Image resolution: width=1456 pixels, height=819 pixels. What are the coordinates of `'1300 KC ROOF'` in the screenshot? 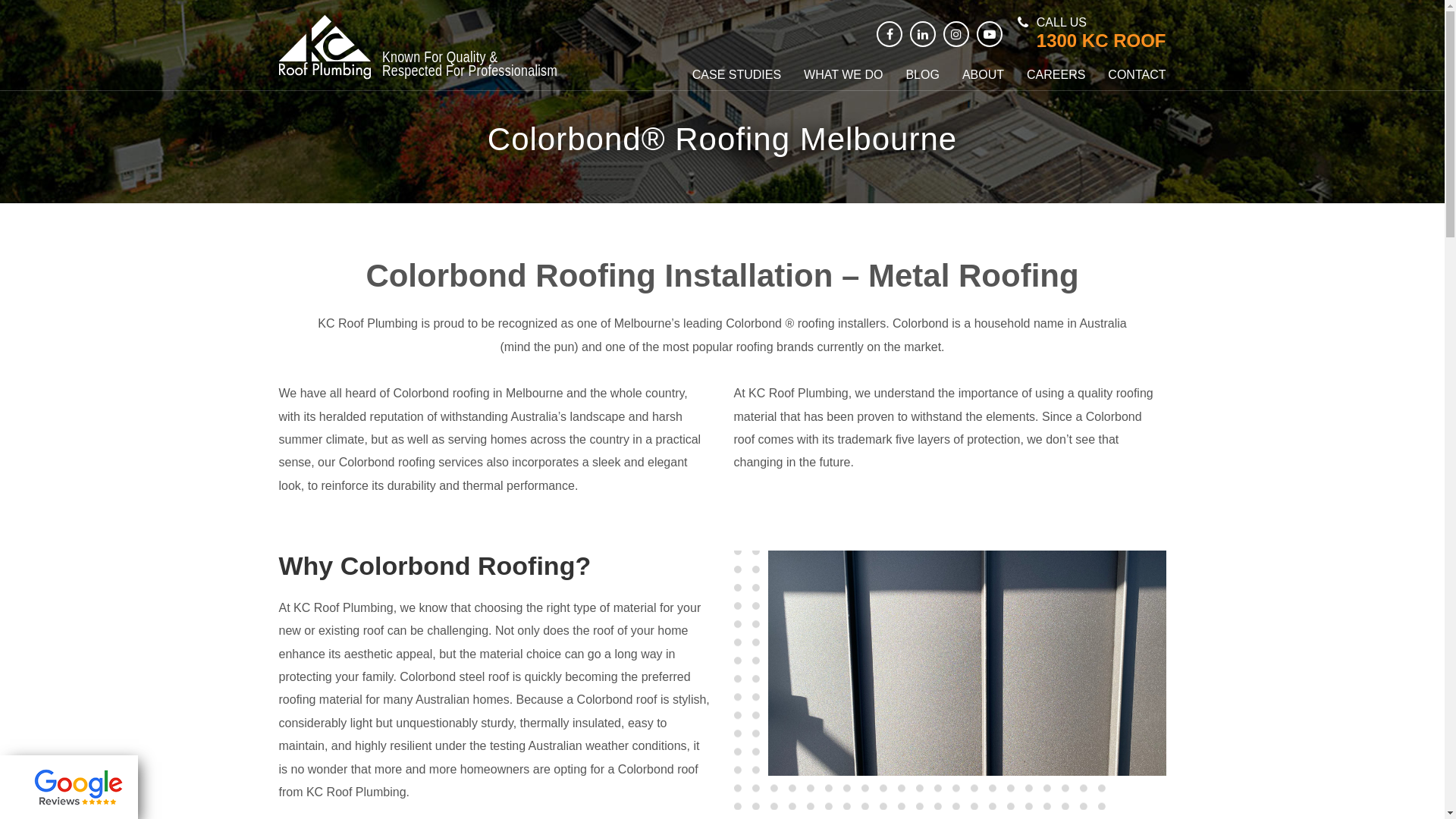 It's located at (1101, 39).